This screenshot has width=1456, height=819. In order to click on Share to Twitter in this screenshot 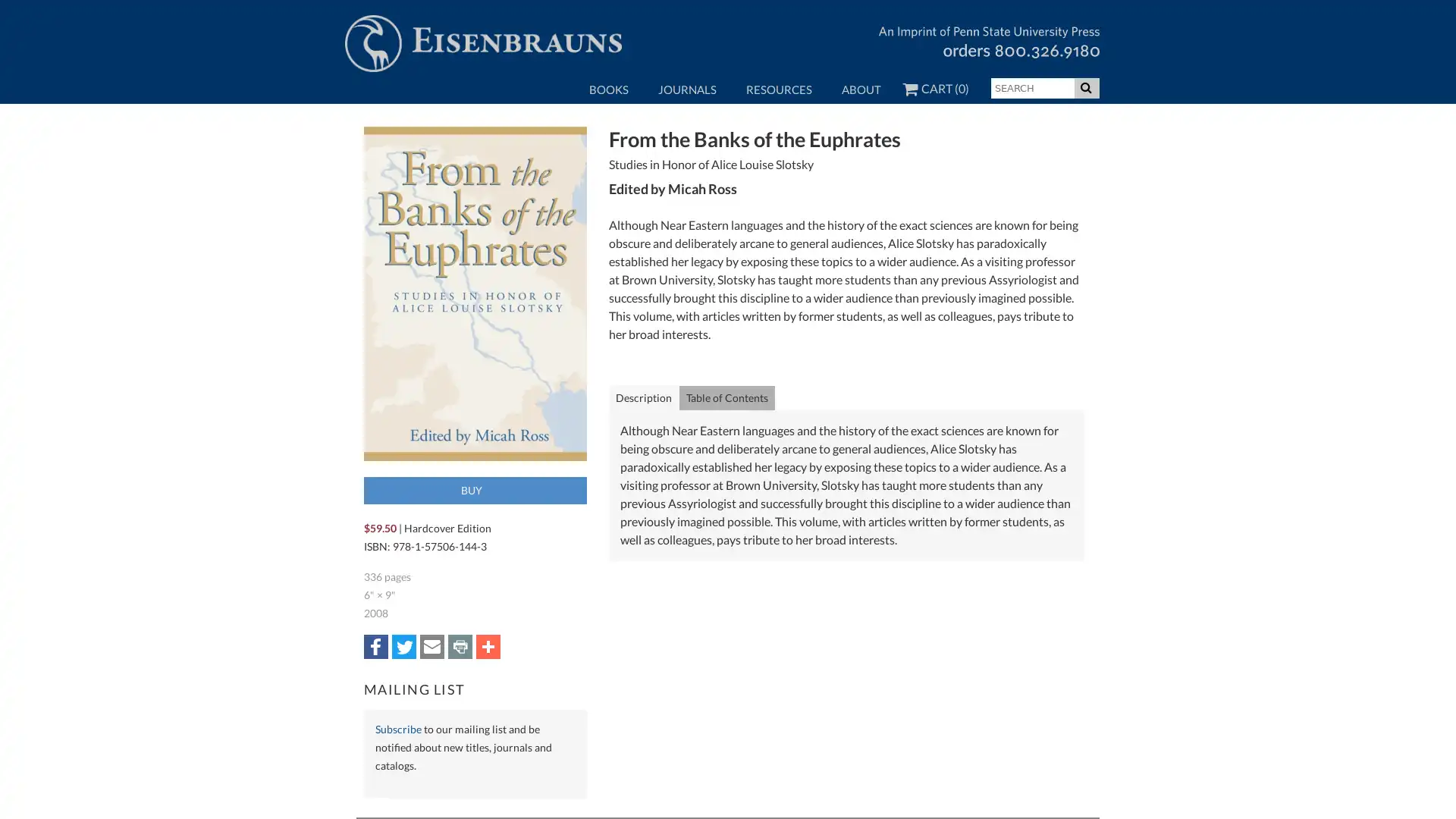, I will do `click(403, 646)`.